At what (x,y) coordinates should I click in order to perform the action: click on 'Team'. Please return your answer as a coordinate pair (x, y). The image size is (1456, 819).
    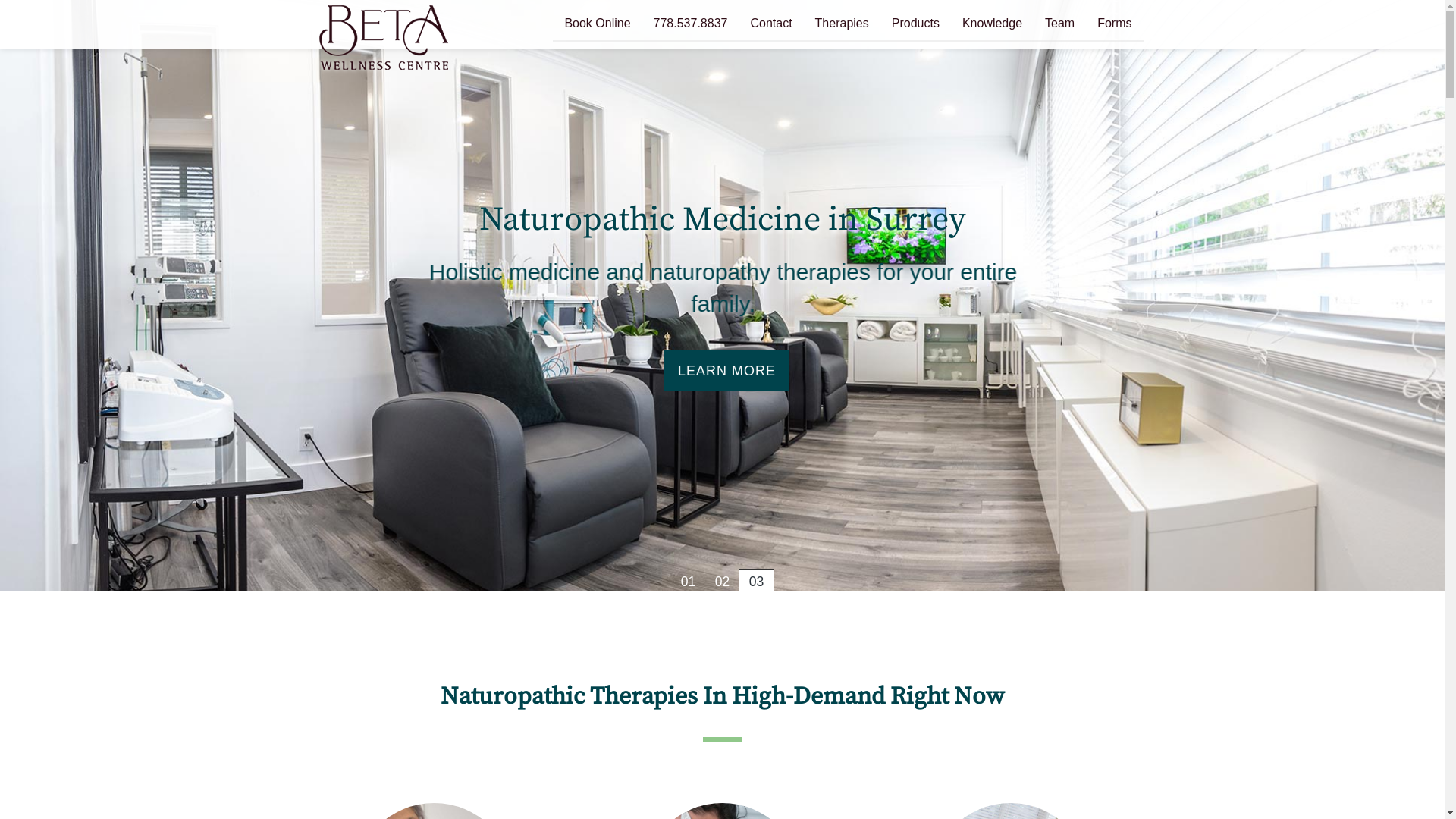
    Looking at the image, I should click on (1033, 25).